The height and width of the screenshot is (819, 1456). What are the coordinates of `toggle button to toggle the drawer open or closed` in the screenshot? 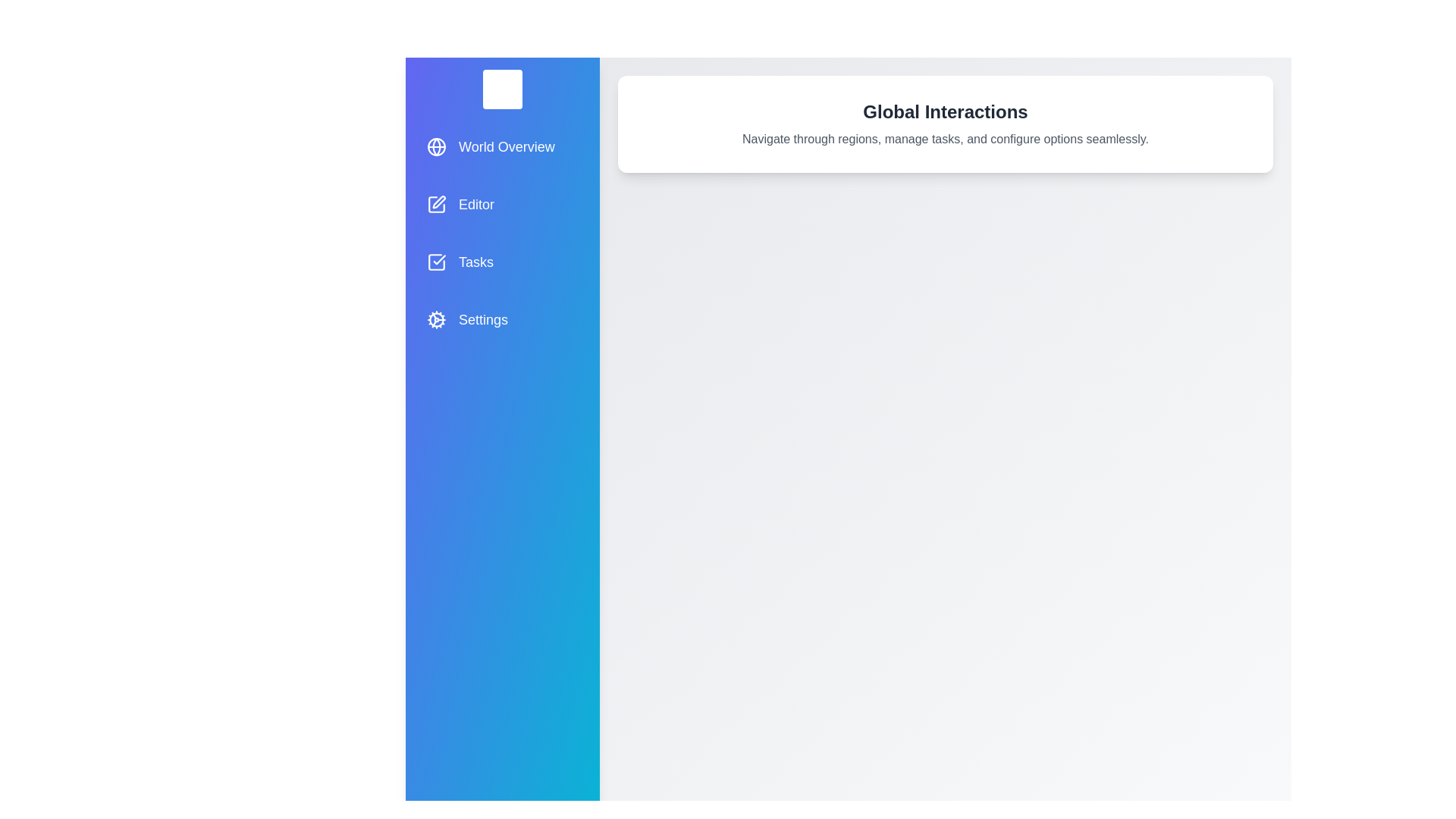 It's located at (502, 89).